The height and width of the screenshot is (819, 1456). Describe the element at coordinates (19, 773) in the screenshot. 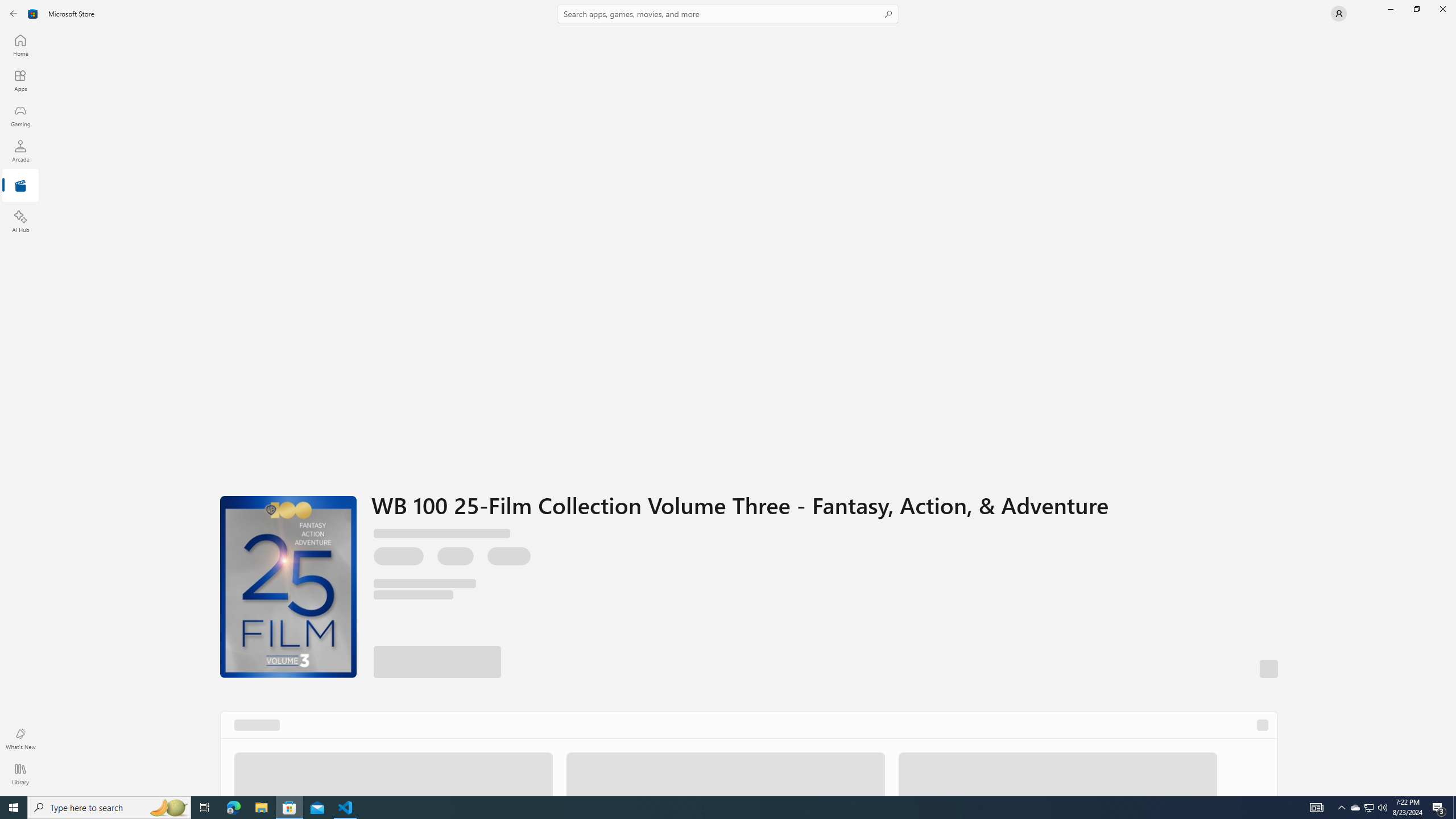

I see `'Library'` at that location.